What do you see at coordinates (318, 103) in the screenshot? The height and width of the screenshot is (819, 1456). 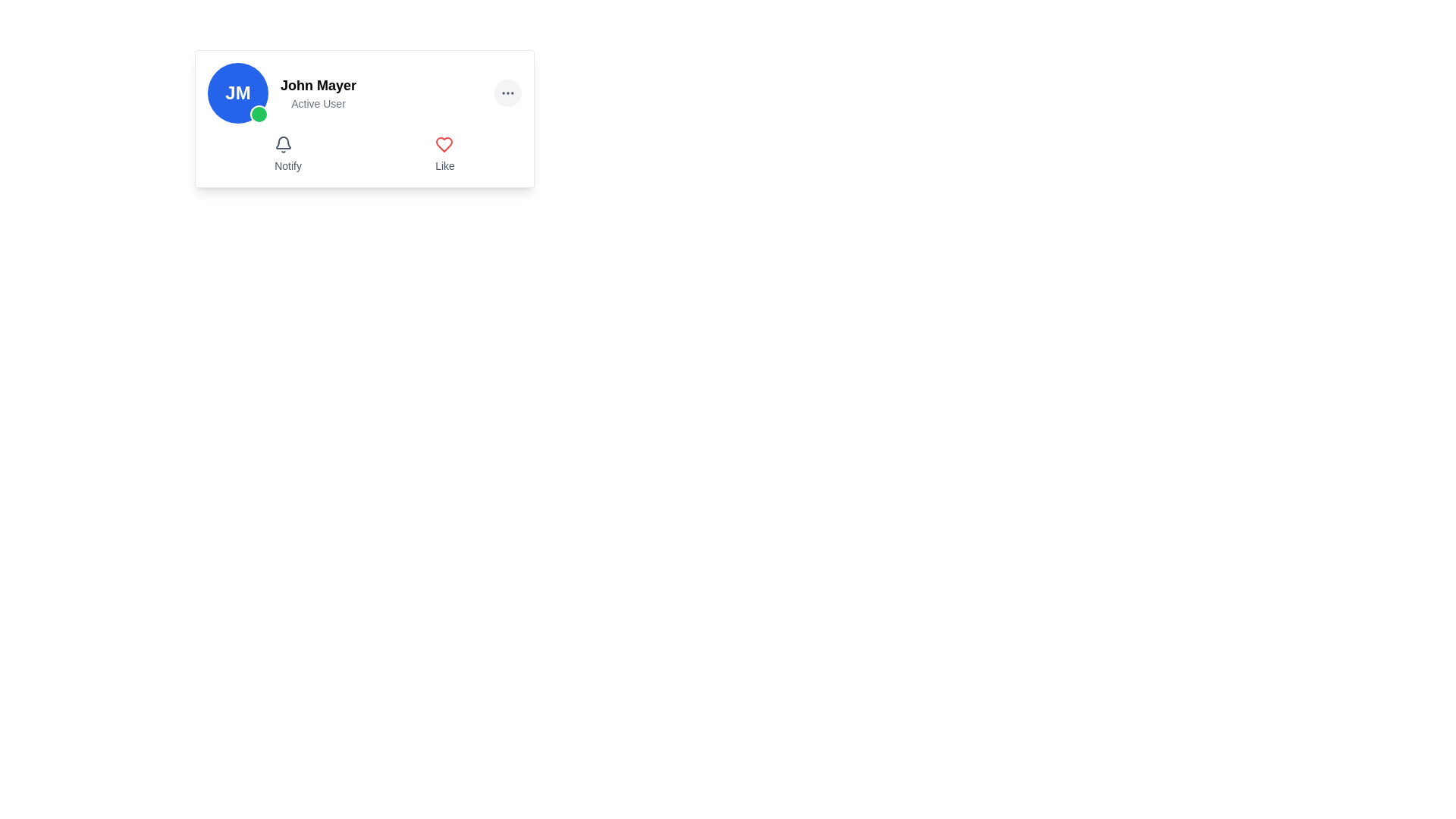 I see `the 'Active User' text label, which is a small, gray text displayed below the 'John Mayer' name label in the profile card structure` at bounding box center [318, 103].